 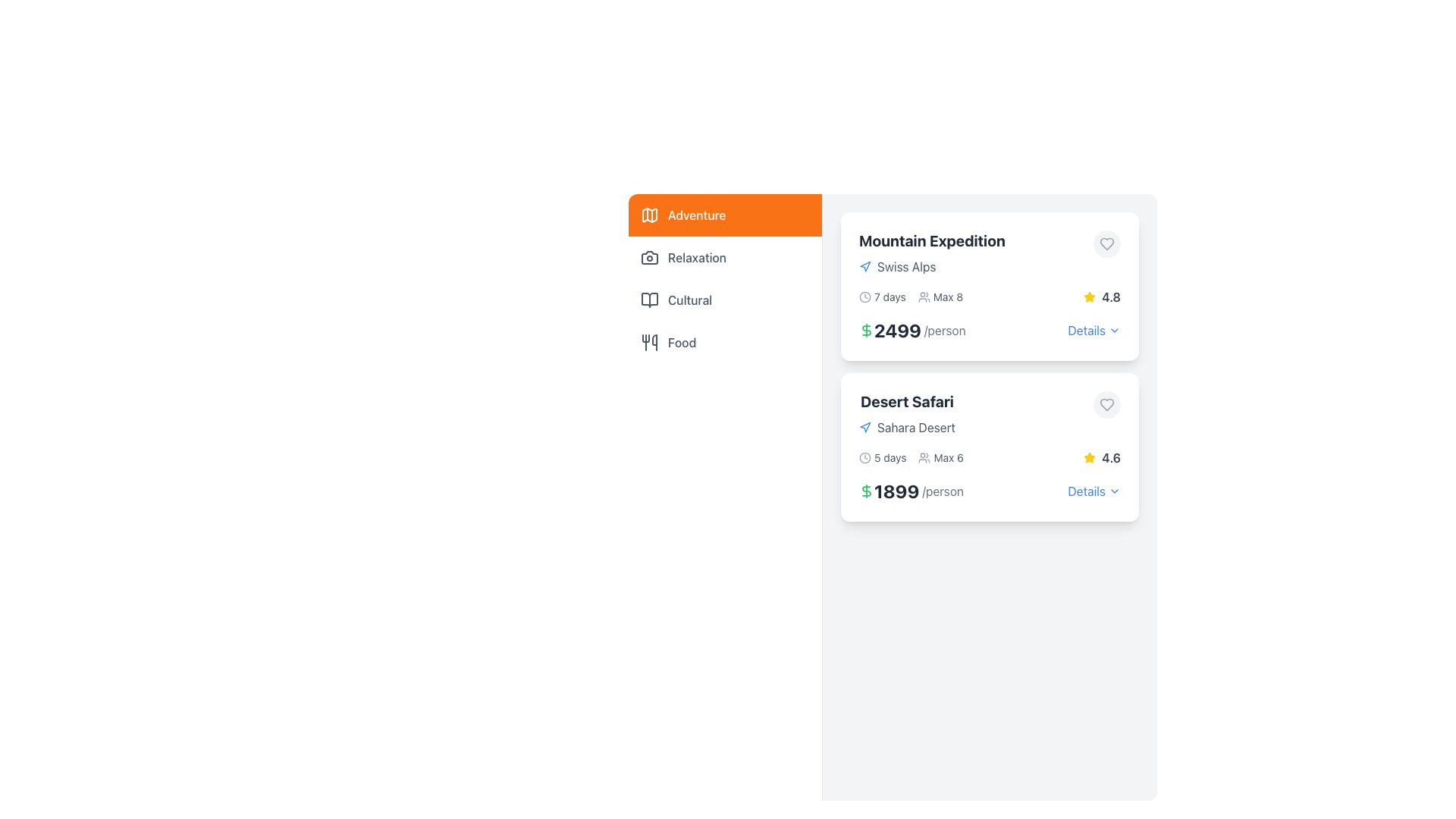 What do you see at coordinates (947, 297) in the screenshot?
I see `text of the 'Max 8' label located in the 'Mountain Expedition' section, styled in a small gray font and positioned to the right of the duration information ('7 days')` at bounding box center [947, 297].